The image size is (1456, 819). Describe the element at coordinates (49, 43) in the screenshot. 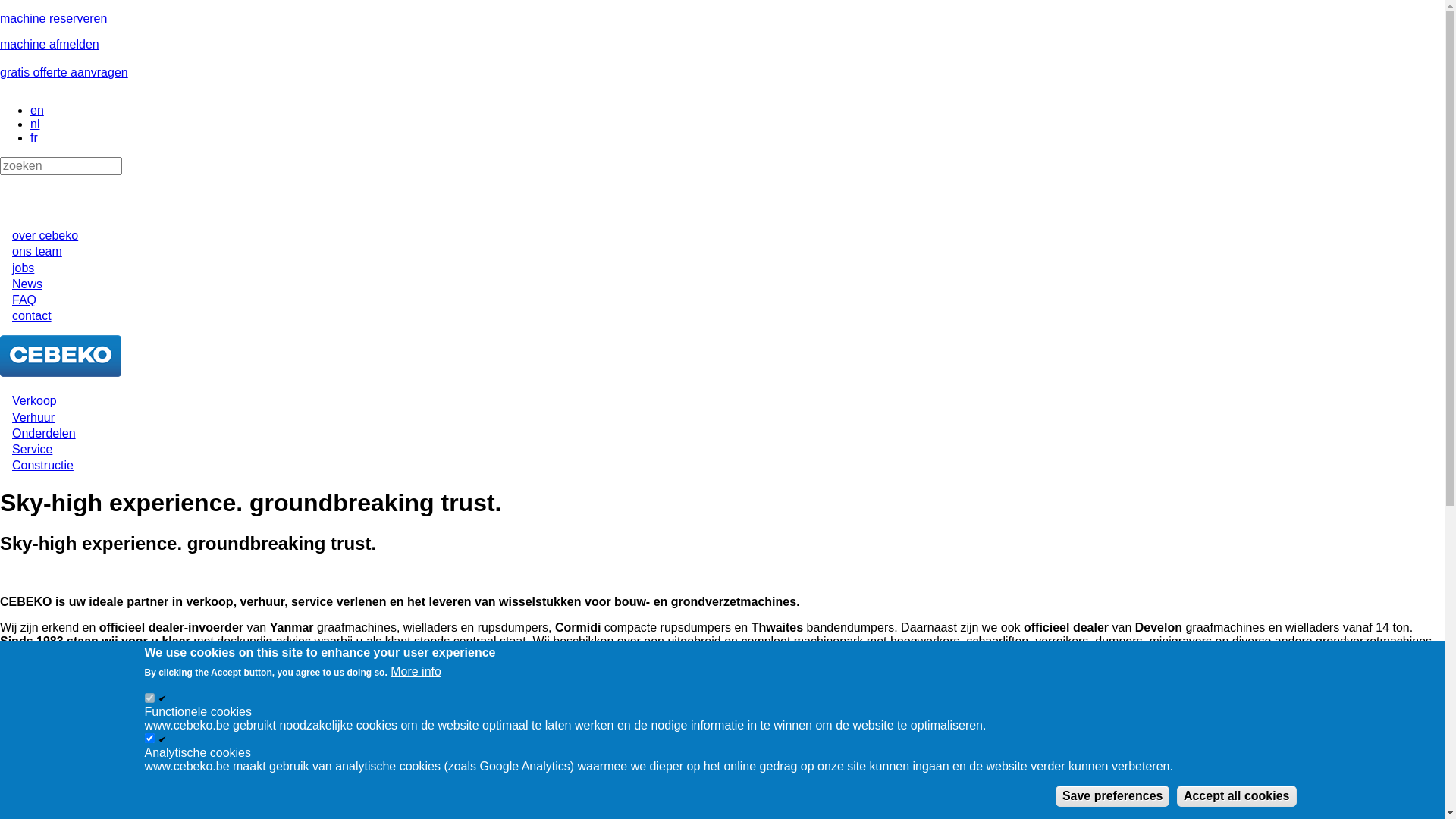

I see `'machine afmelden'` at that location.